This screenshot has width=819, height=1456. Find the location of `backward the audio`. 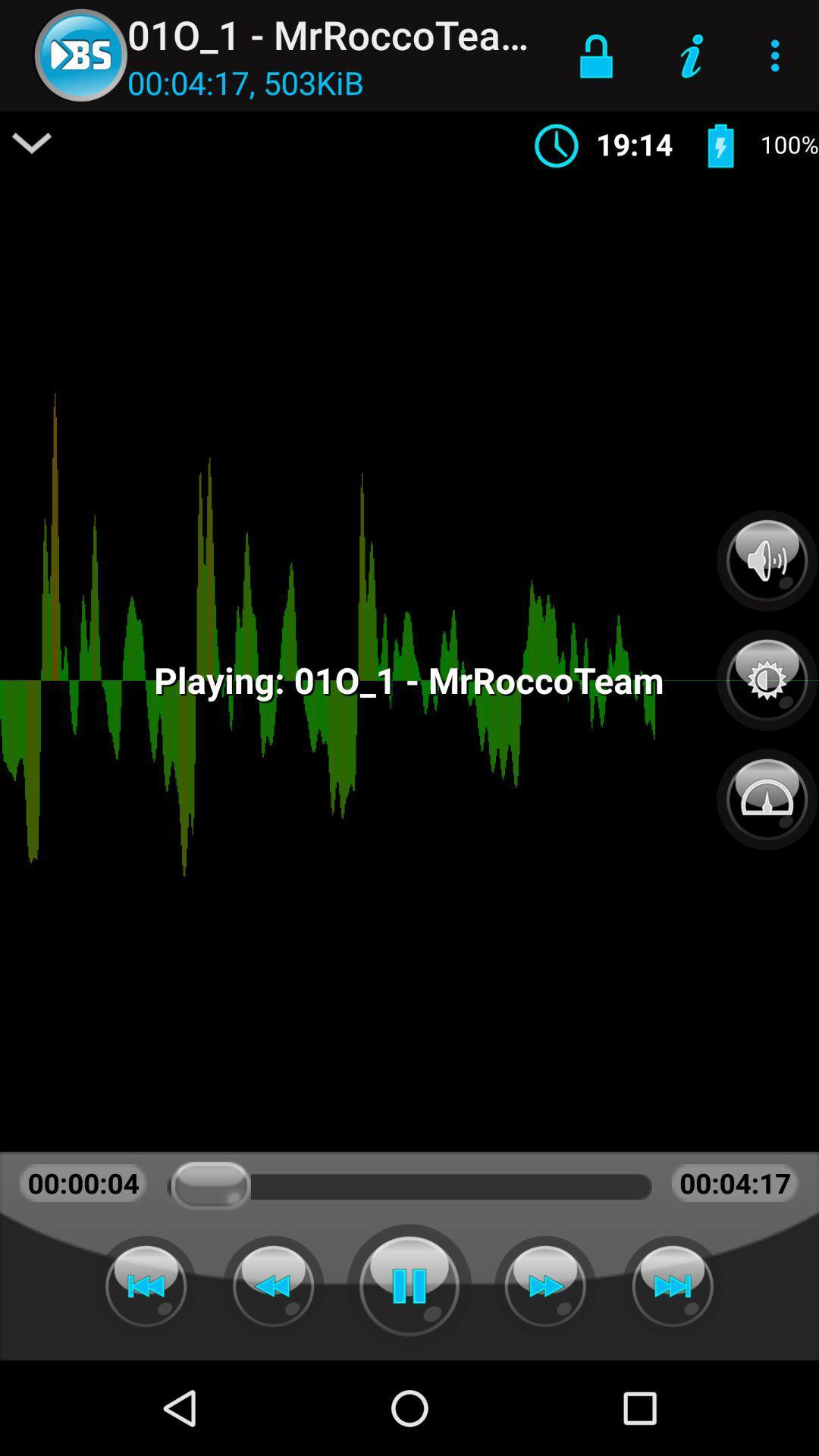

backward the audio is located at coordinates (273, 1285).